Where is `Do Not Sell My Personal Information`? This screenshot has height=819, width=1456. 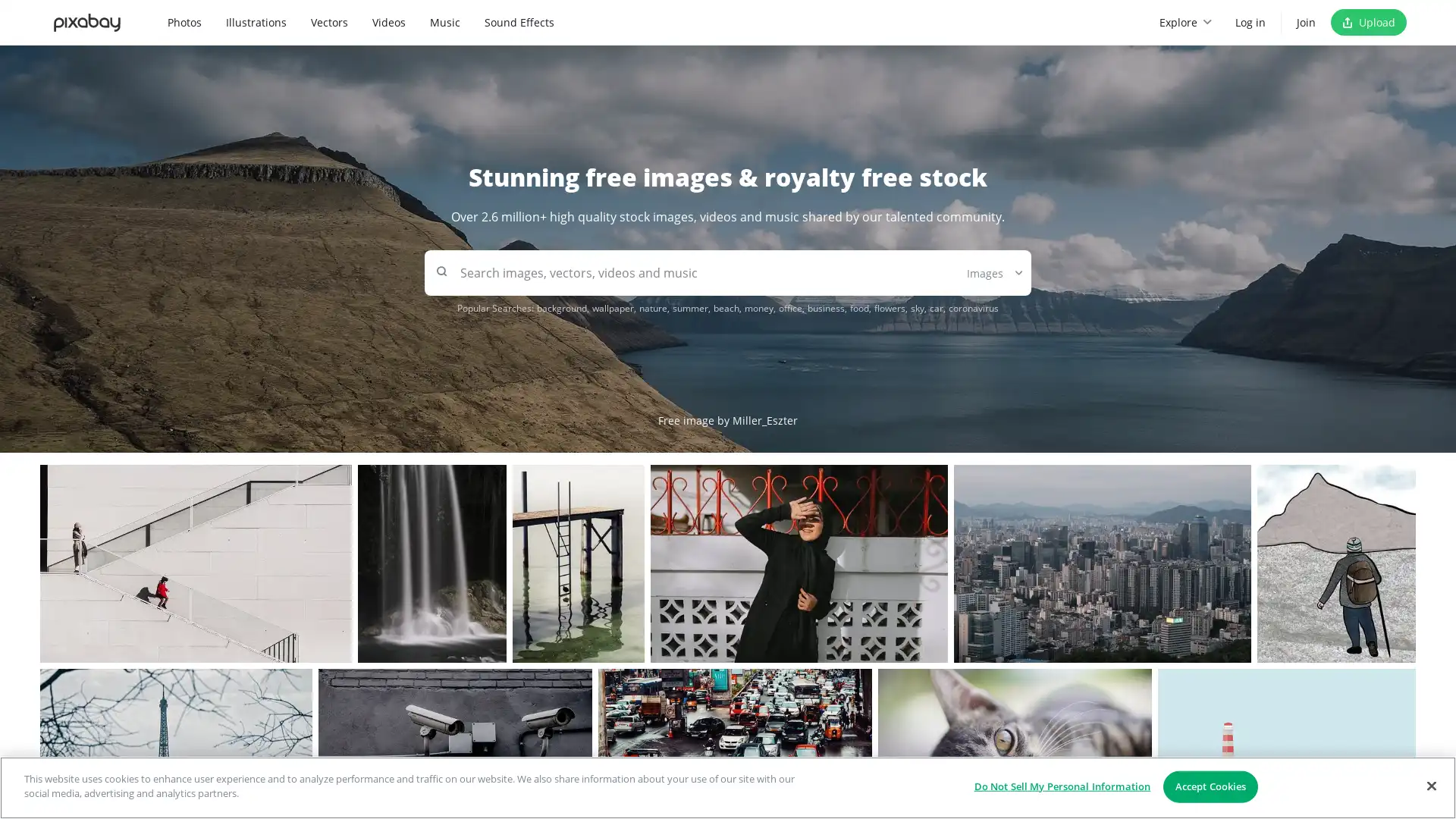
Do Not Sell My Personal Information is located at coordinates (1061, 786).